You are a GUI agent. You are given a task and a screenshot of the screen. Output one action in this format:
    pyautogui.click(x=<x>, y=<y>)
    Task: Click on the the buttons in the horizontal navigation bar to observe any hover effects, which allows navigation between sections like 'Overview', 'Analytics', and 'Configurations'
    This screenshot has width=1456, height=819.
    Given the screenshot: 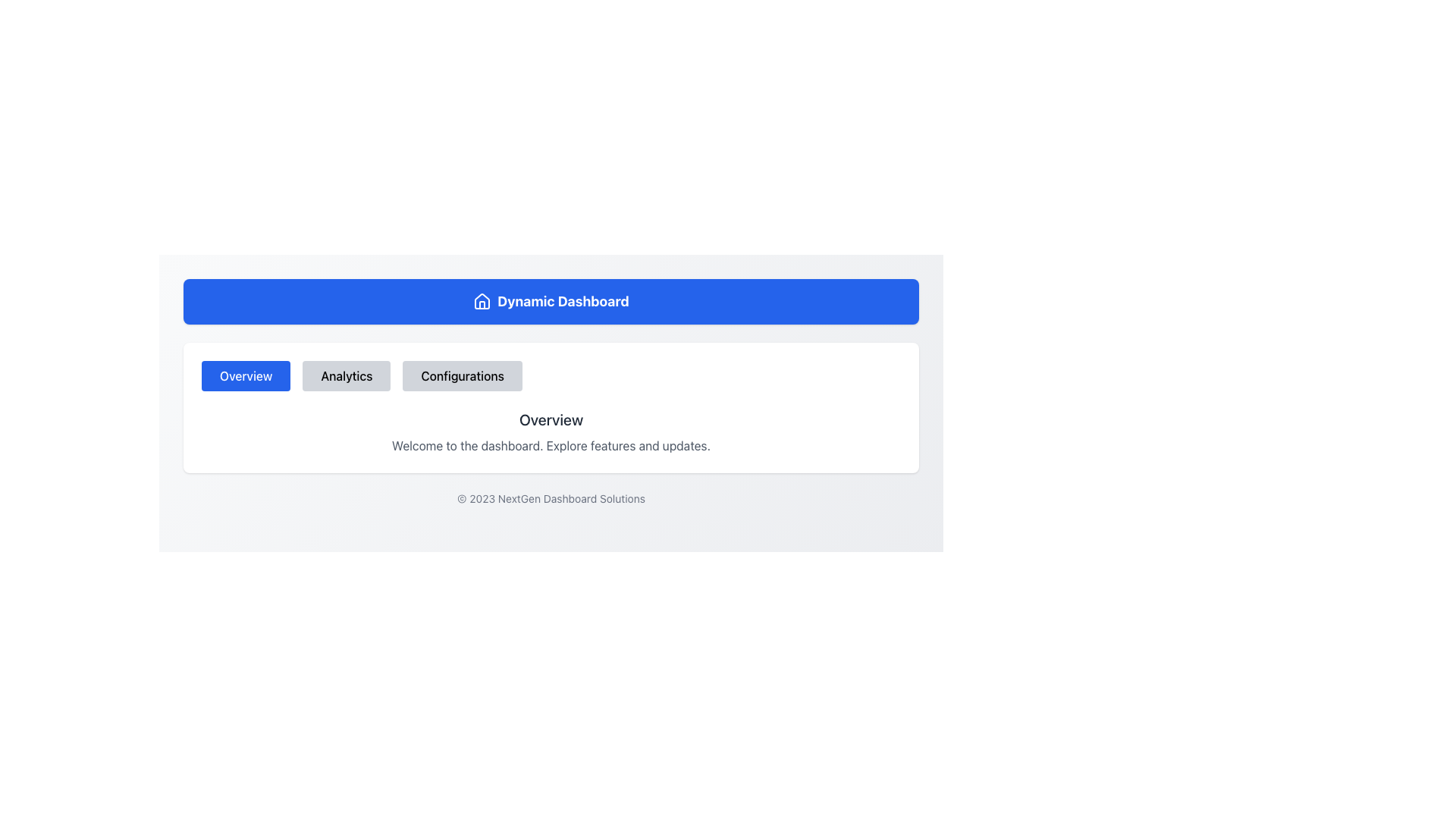 What is the action you would take?
    pyautogui.click(x=550, y=375)
    